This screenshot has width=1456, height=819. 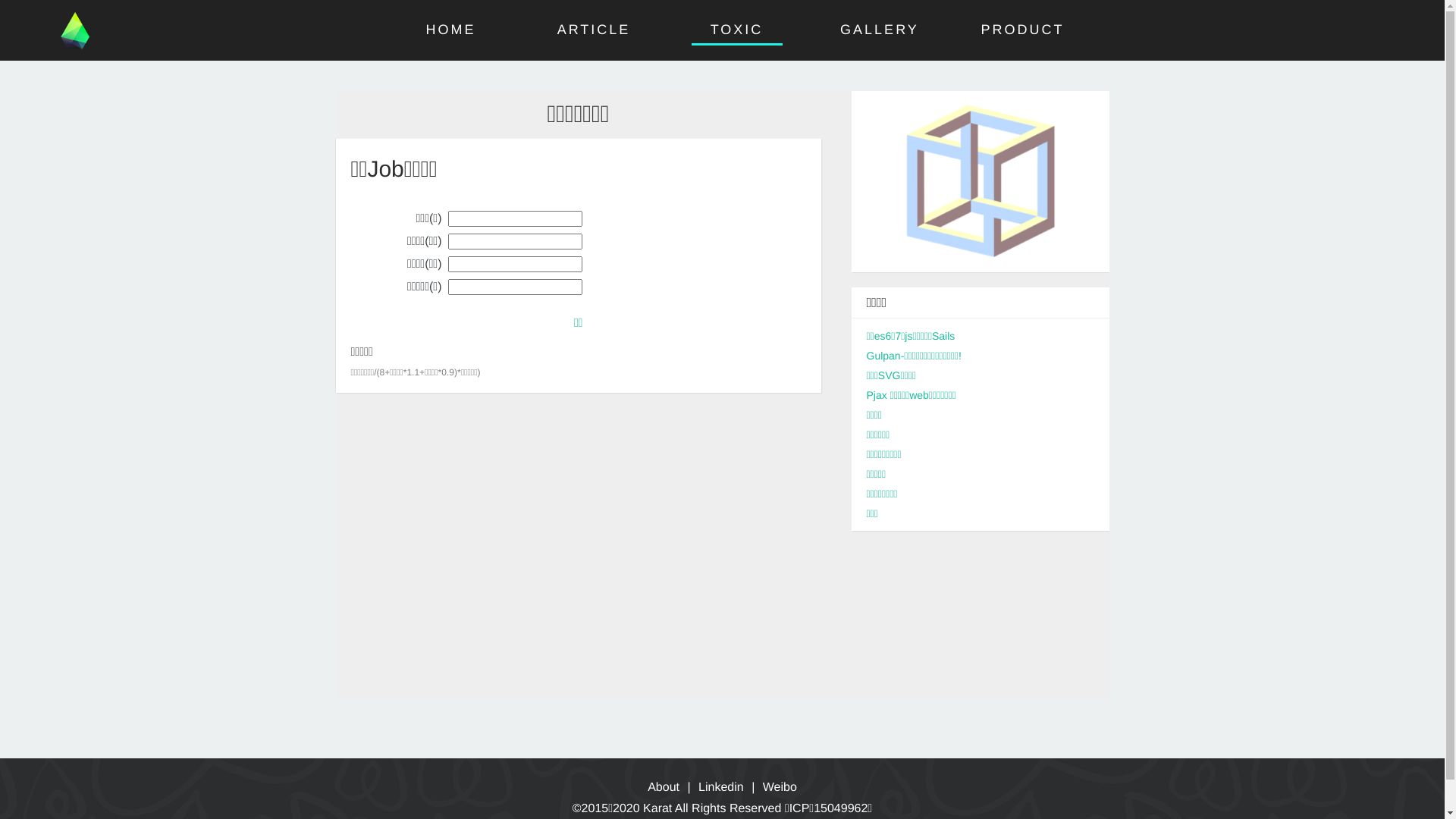 I want to click on 'PRODUCT', so click(x=980, y=29).